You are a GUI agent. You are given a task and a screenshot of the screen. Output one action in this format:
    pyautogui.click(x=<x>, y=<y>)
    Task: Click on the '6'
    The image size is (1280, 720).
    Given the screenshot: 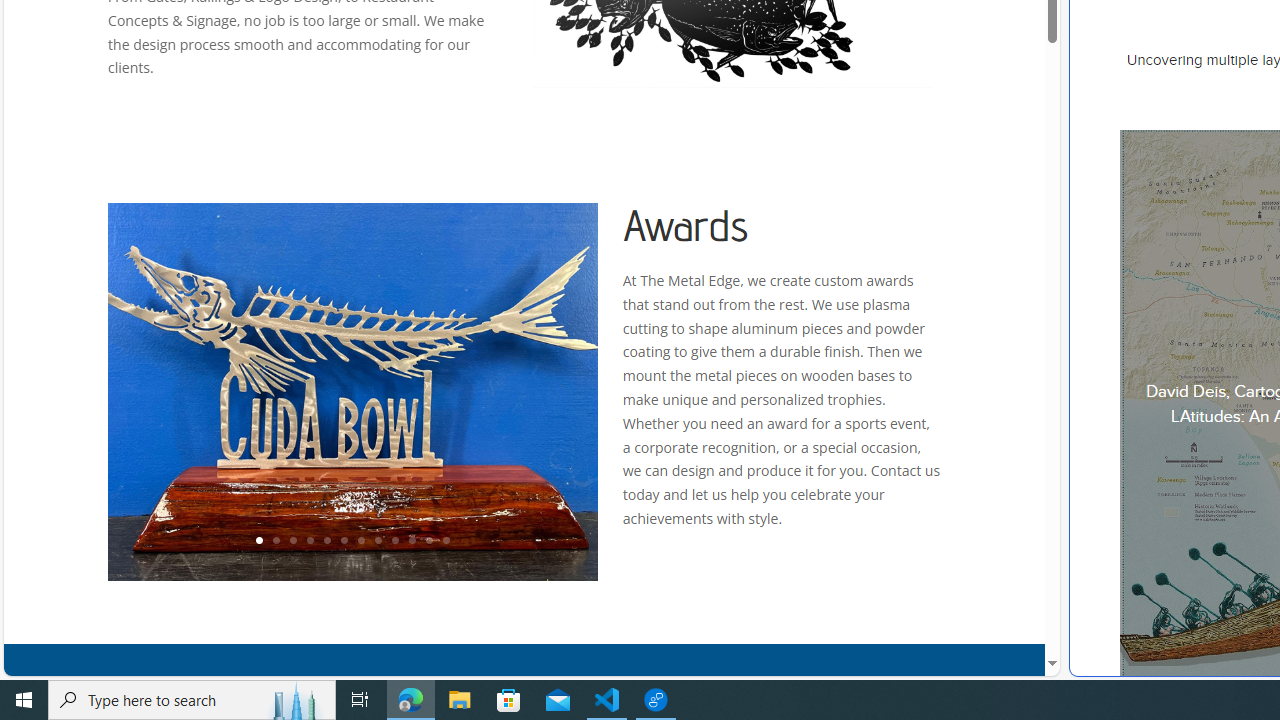 What is the action you would take?
    pyautogui.click(x=344, y=541)
    